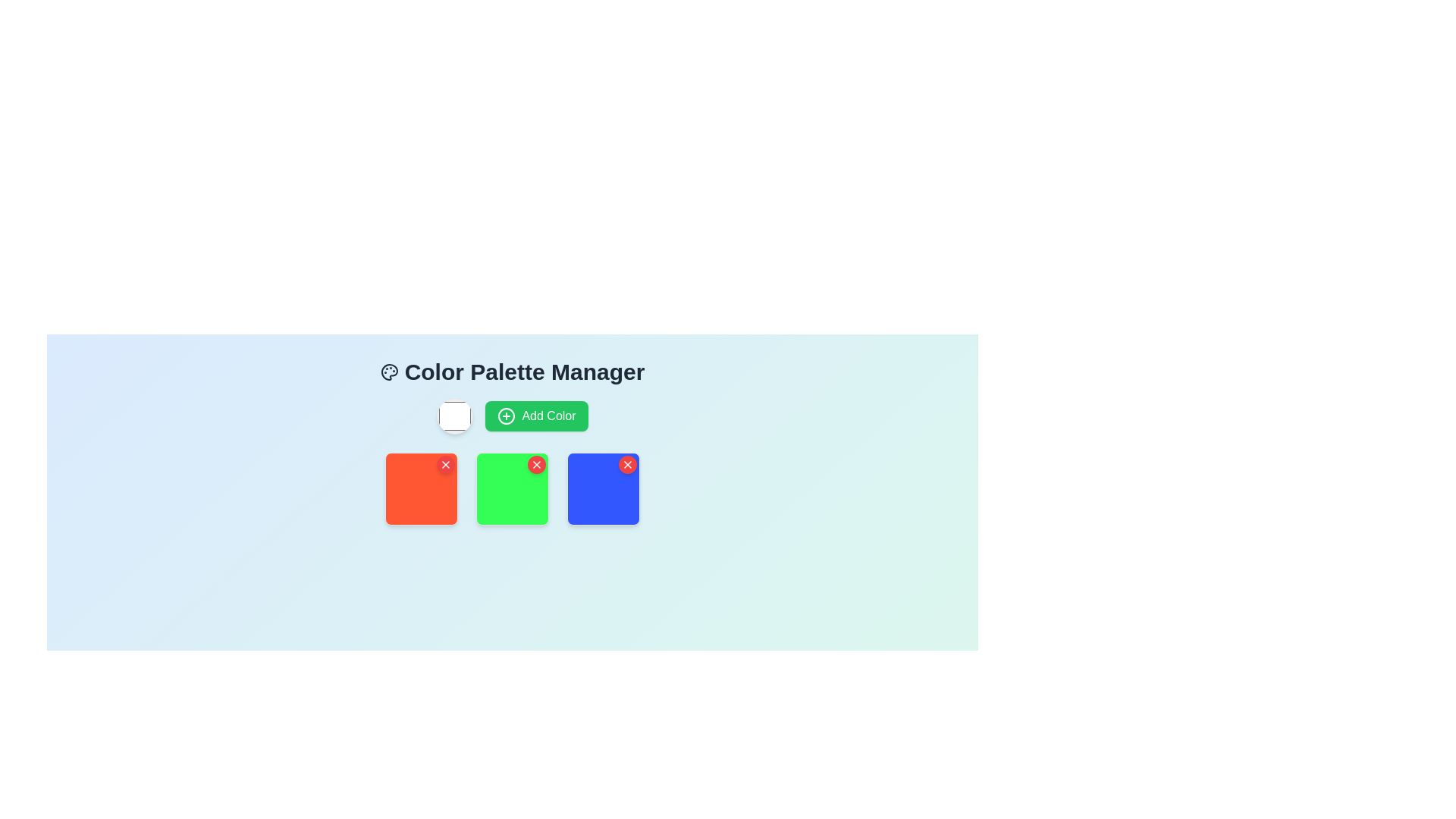 This screenshot has height=819, width=1456. I want to click on the first color block, so click(422, 488).